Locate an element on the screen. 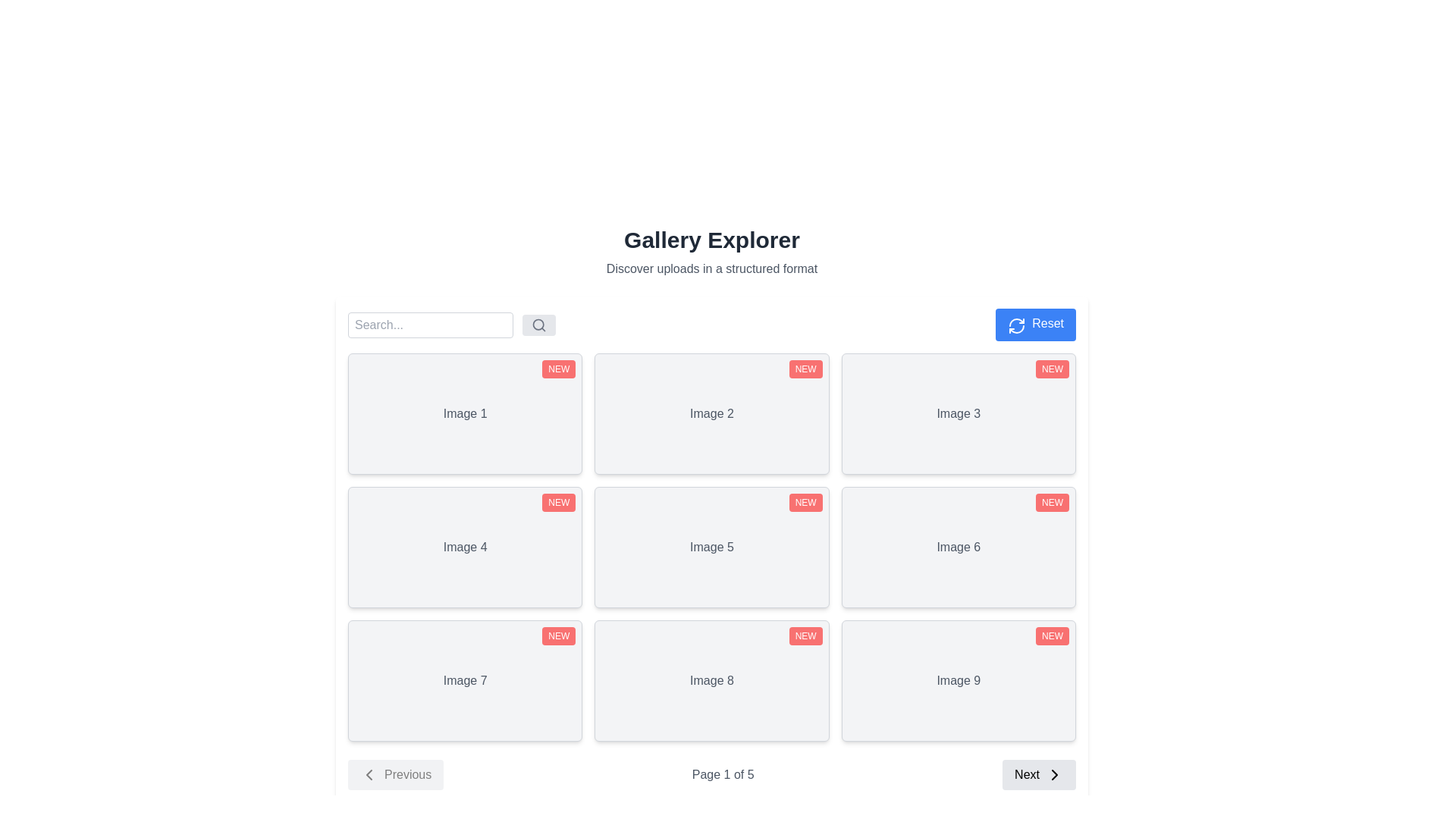 Image resolution: width=1456 pixels, height=819 pixels. the small rectangular badge with a red background and white text that displays 'NEW', located at the top-right corner of the card labeled 'Image 8' is located at coordinates (805, 636).